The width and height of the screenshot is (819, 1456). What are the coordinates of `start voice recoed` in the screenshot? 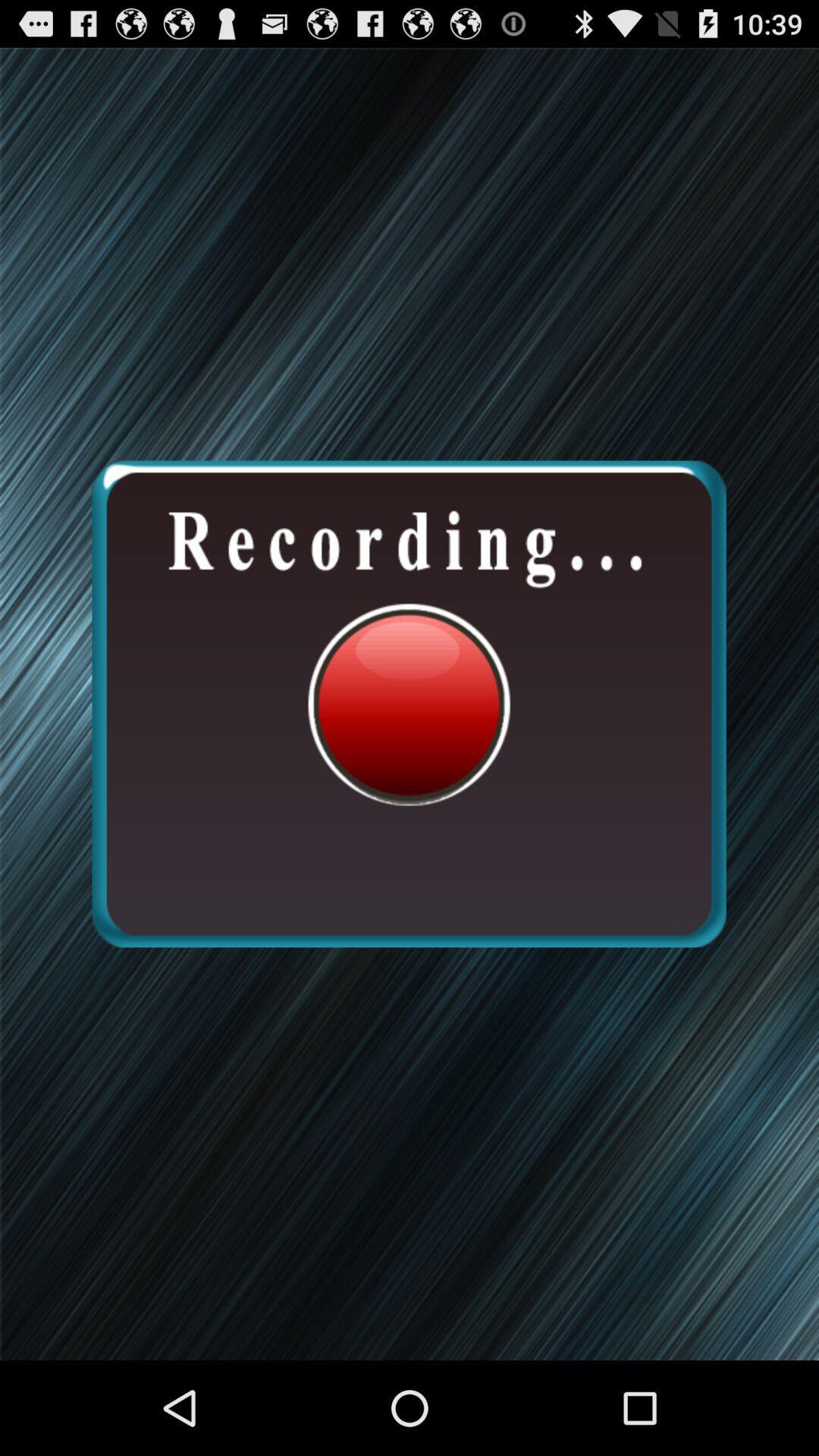 It's located at (408, 703).